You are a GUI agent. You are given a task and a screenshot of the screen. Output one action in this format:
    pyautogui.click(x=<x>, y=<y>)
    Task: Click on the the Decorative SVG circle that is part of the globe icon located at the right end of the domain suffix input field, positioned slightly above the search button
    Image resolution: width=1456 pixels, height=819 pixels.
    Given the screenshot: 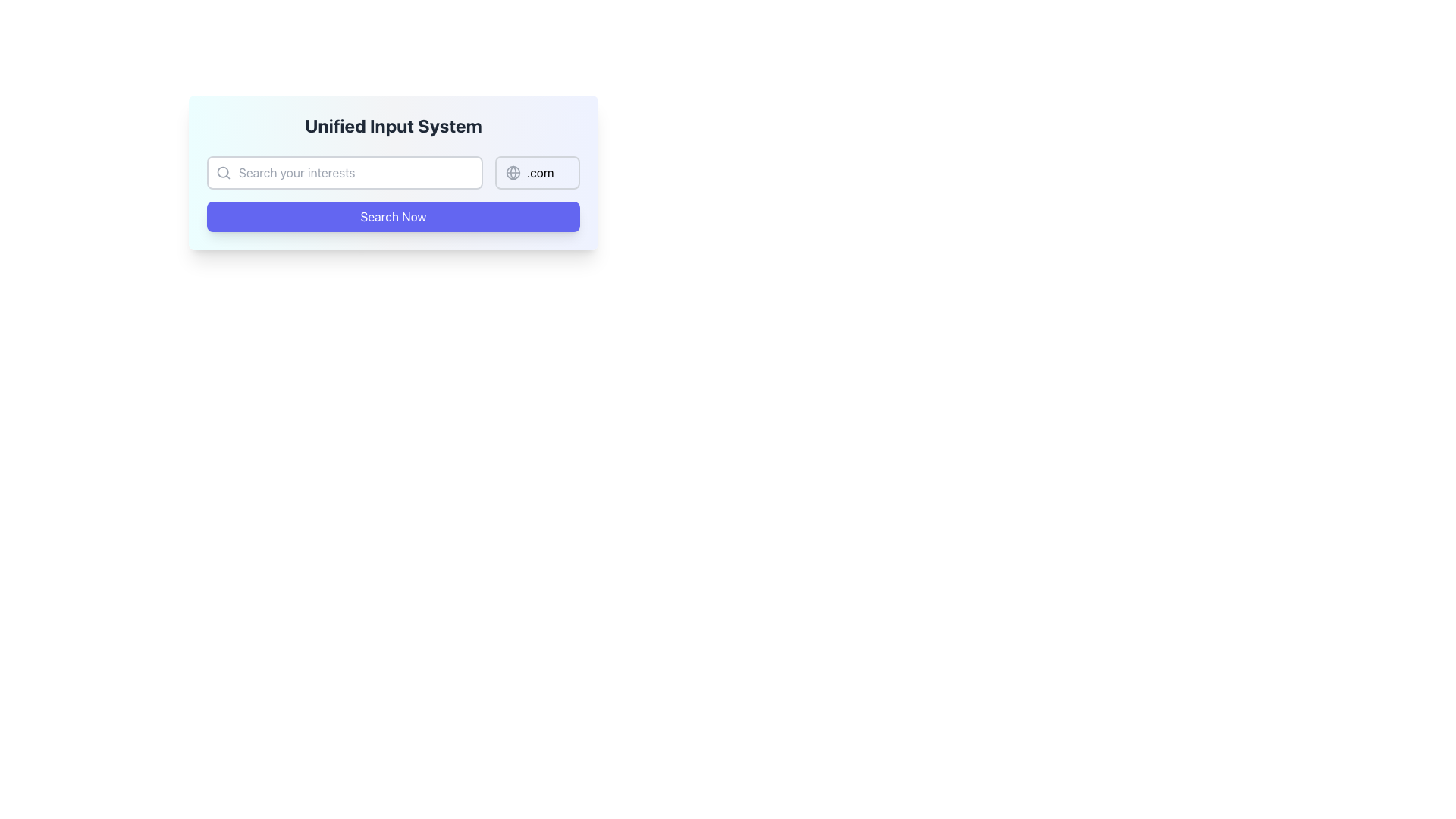 What is the action you would take?
    pyautogui.click(x=513, y=171)
    